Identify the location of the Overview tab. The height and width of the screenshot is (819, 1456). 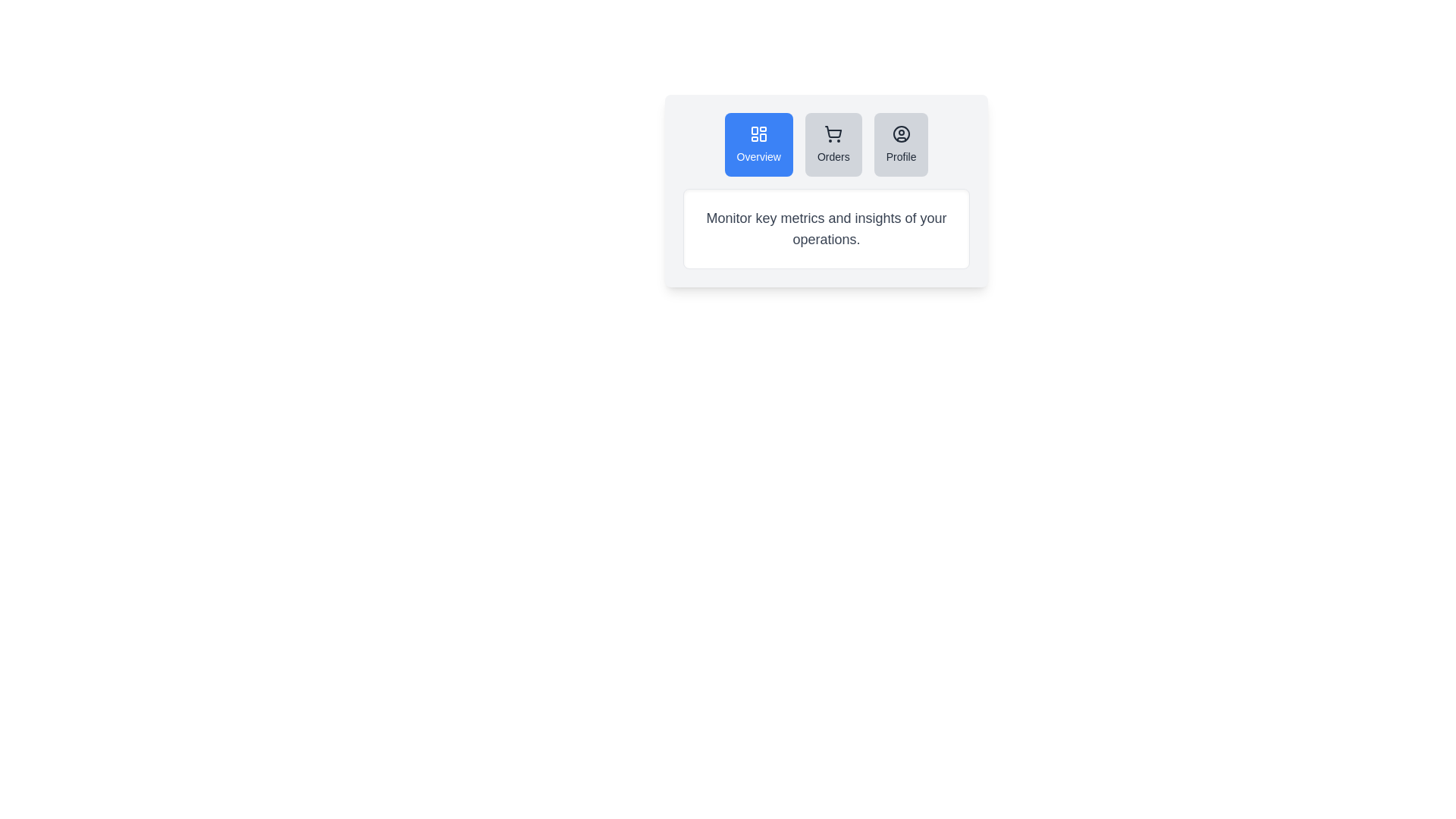
(758, 145).